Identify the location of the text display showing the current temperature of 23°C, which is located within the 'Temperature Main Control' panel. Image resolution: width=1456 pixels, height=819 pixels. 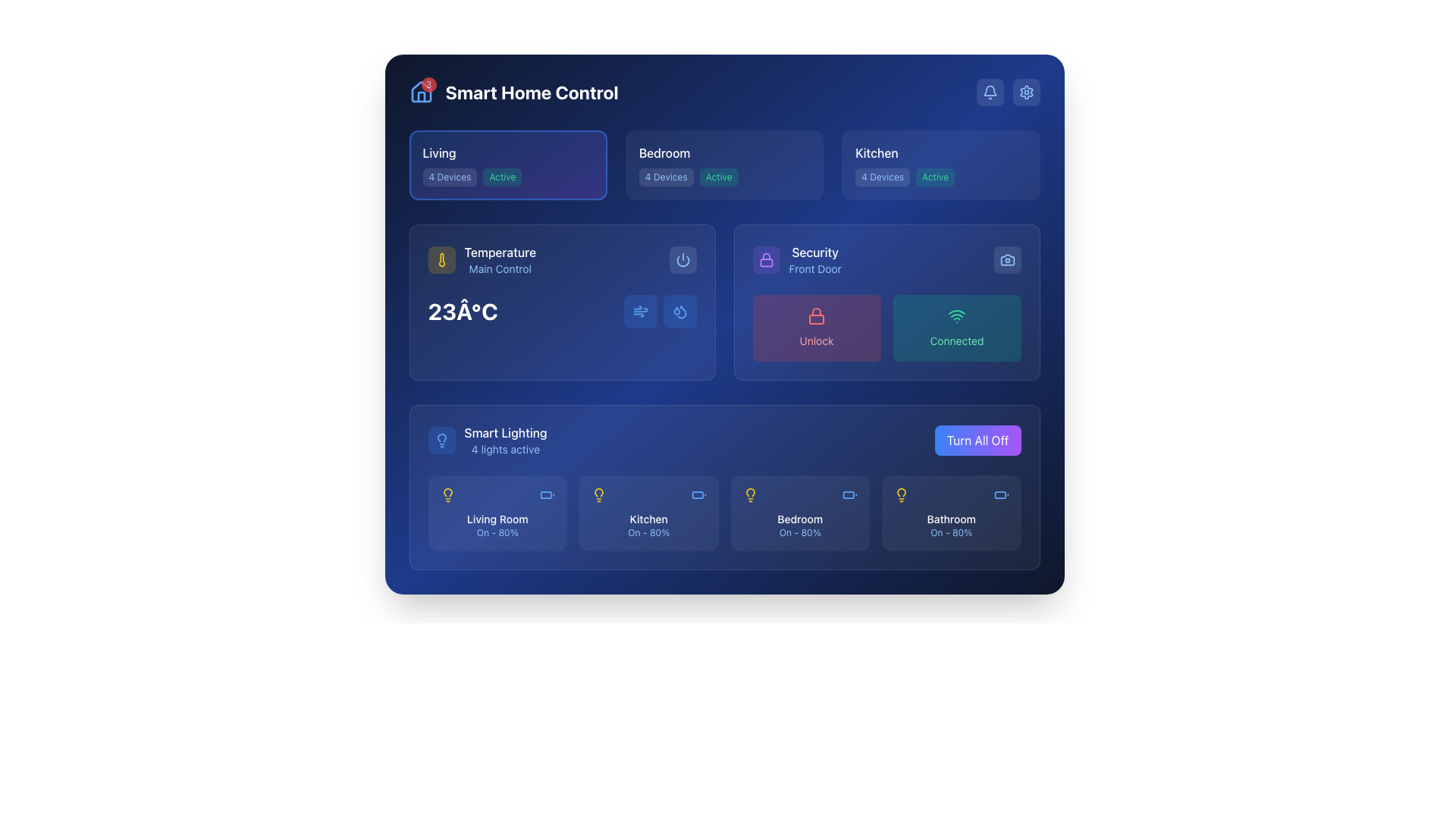
(462, 311).